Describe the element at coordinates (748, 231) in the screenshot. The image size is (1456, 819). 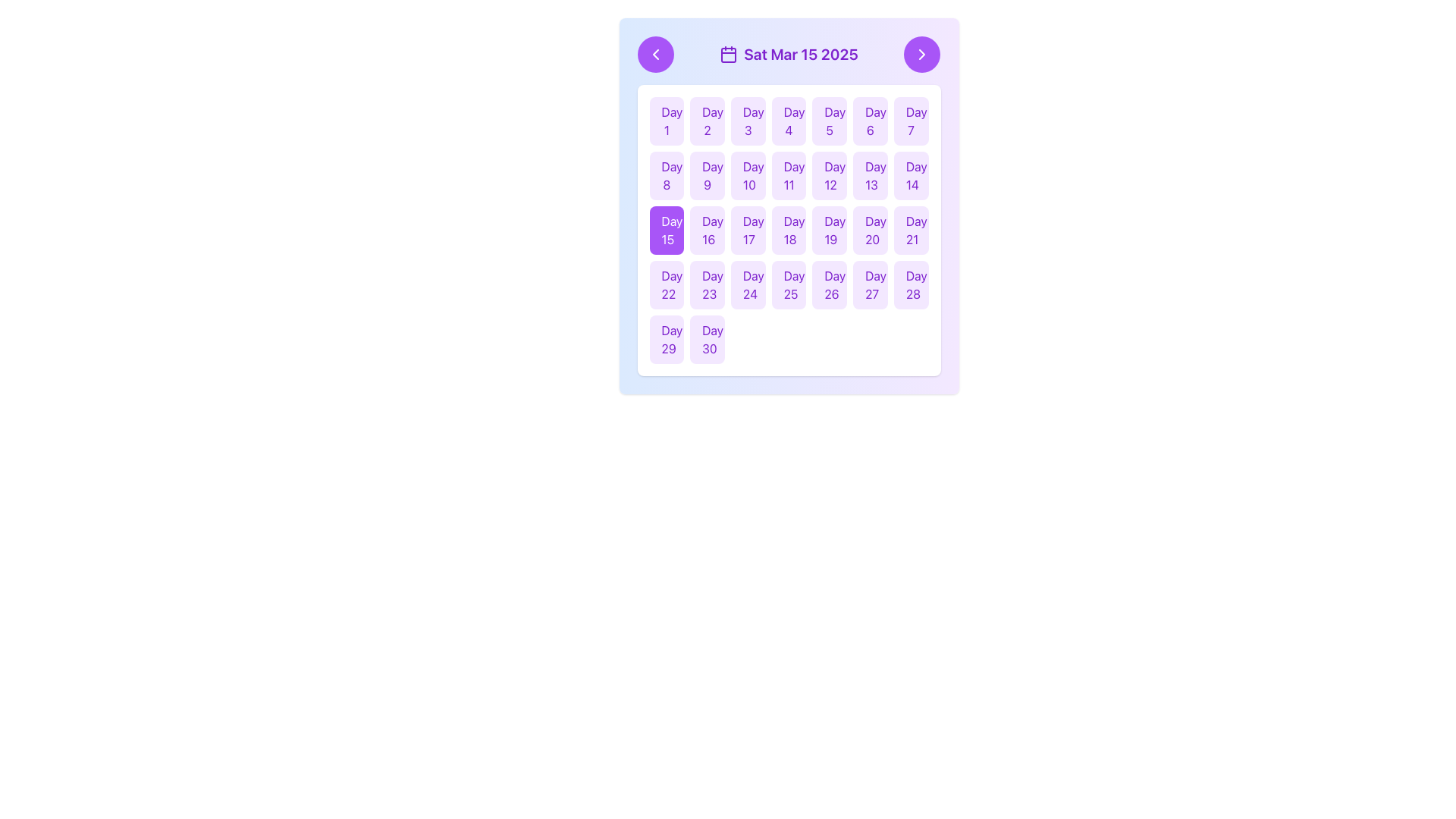
I see `the 'Day 17' button, which is a rounded rectangular button with a light purple background and darker purple text, located in the third row and third column of a calendar layout` at that location.